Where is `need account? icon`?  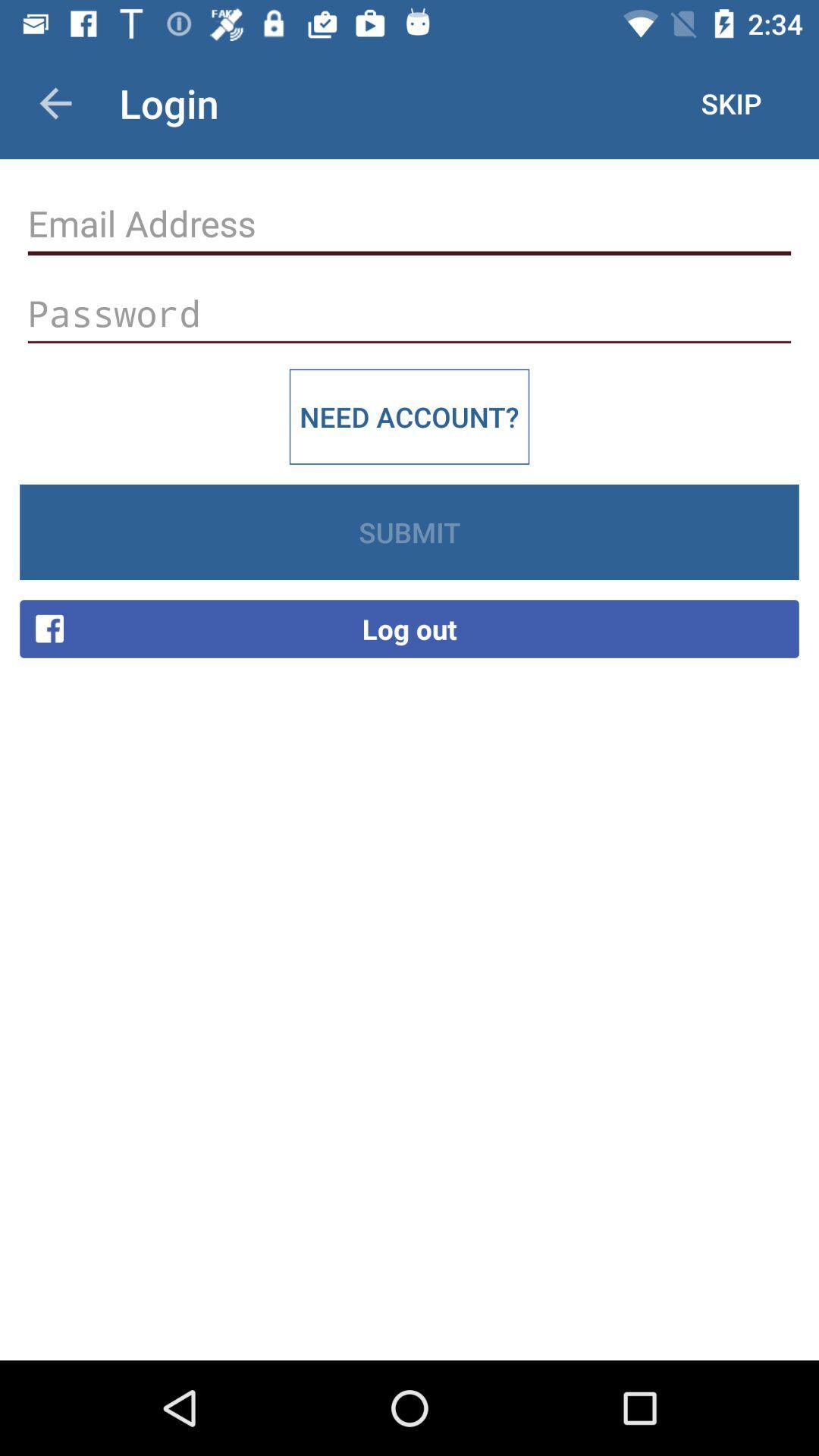 need account? icon is located at coordinates (409, 416).